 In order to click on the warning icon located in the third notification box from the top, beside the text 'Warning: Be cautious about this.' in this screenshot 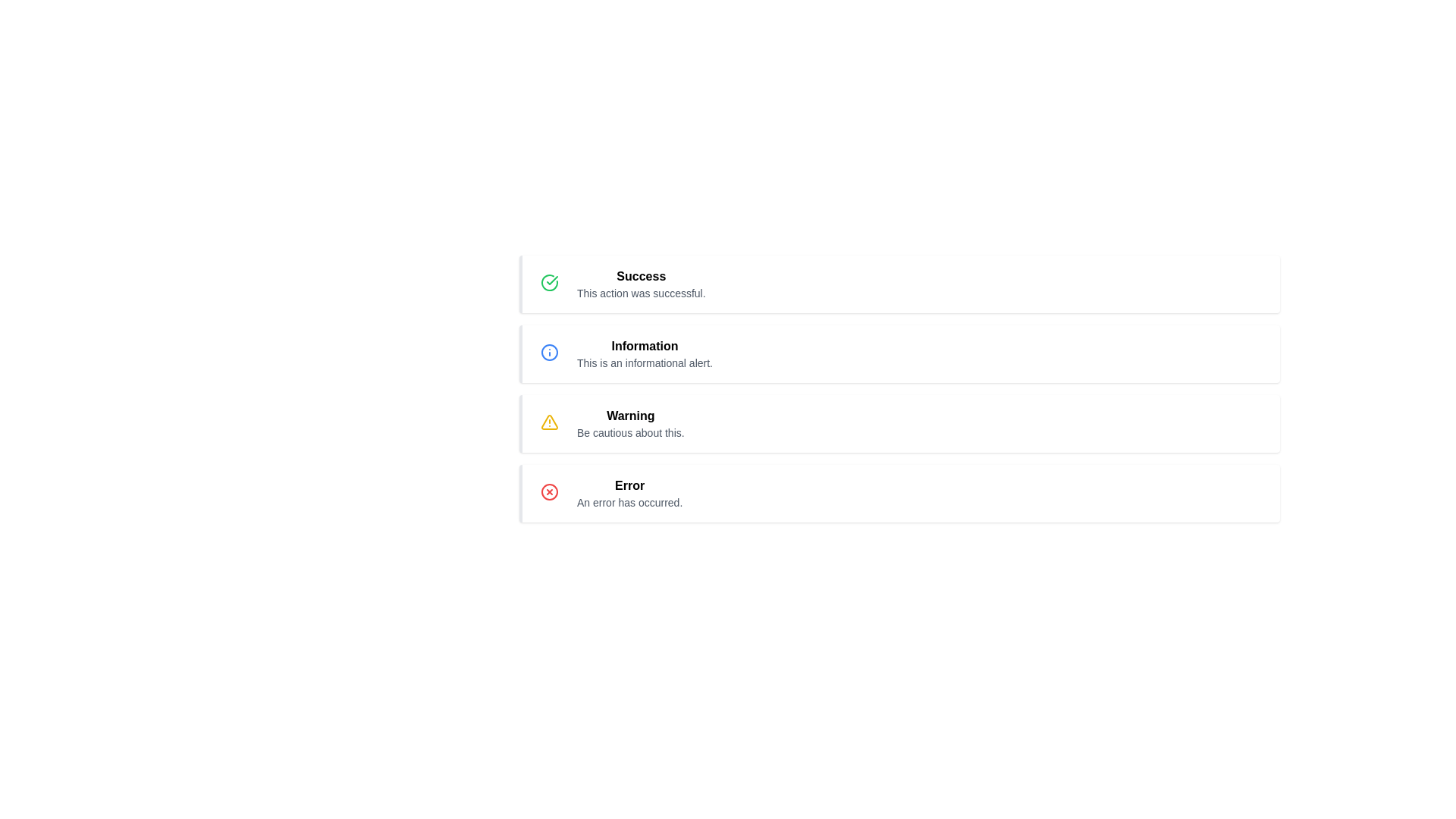, I will do `click(548, 422)`.